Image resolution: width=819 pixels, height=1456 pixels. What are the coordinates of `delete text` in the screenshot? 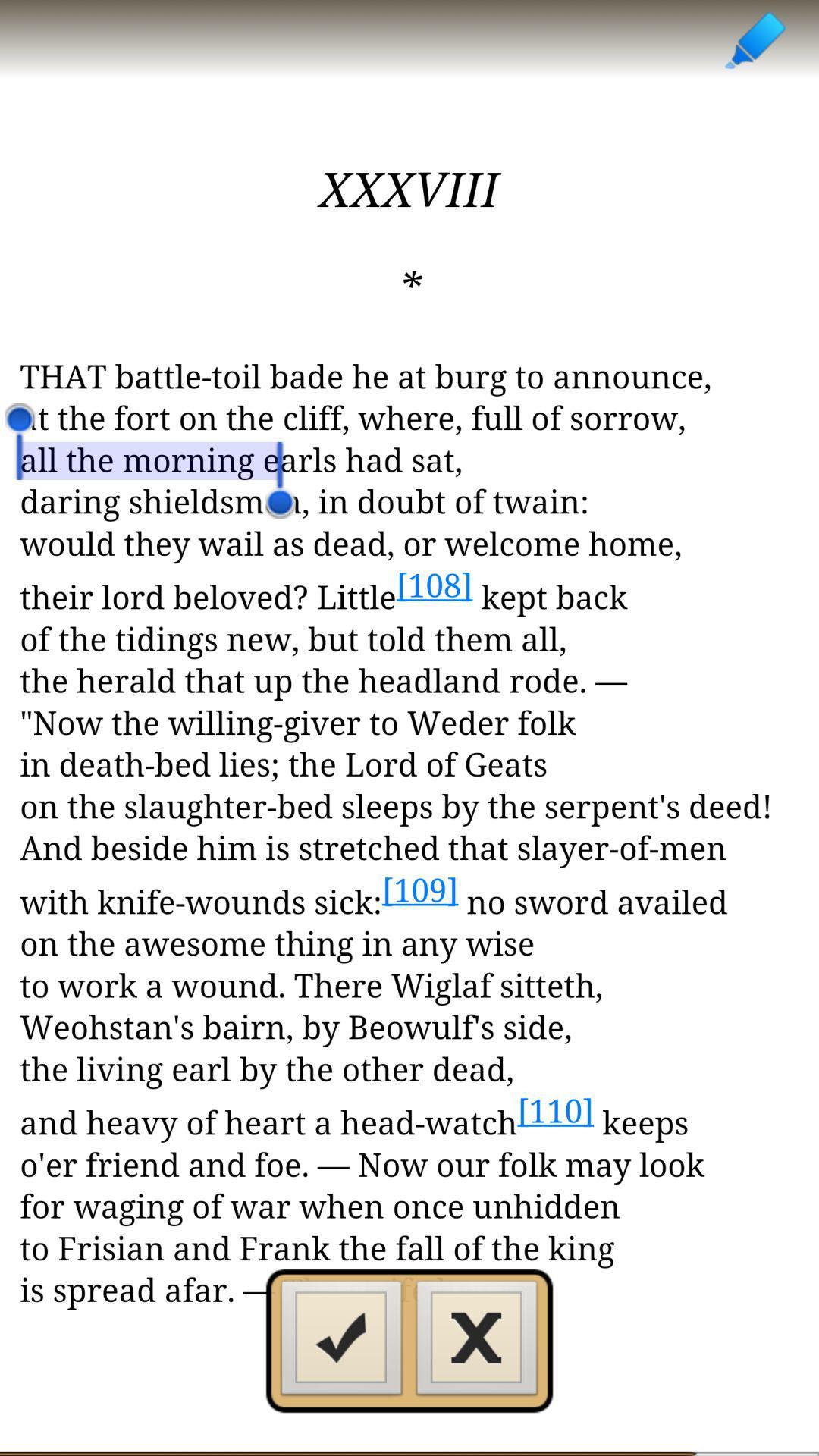 It's located at (476, 1342).